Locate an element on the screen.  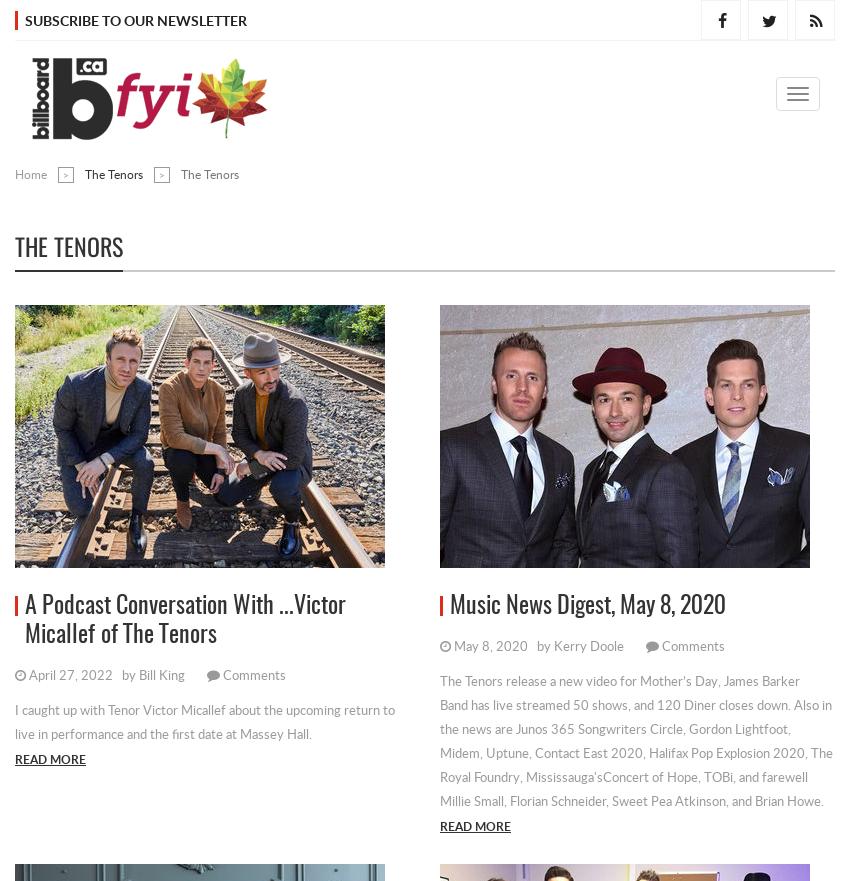
'Music News Digest, May 8, 2020' is located at coordinates (588, 607).